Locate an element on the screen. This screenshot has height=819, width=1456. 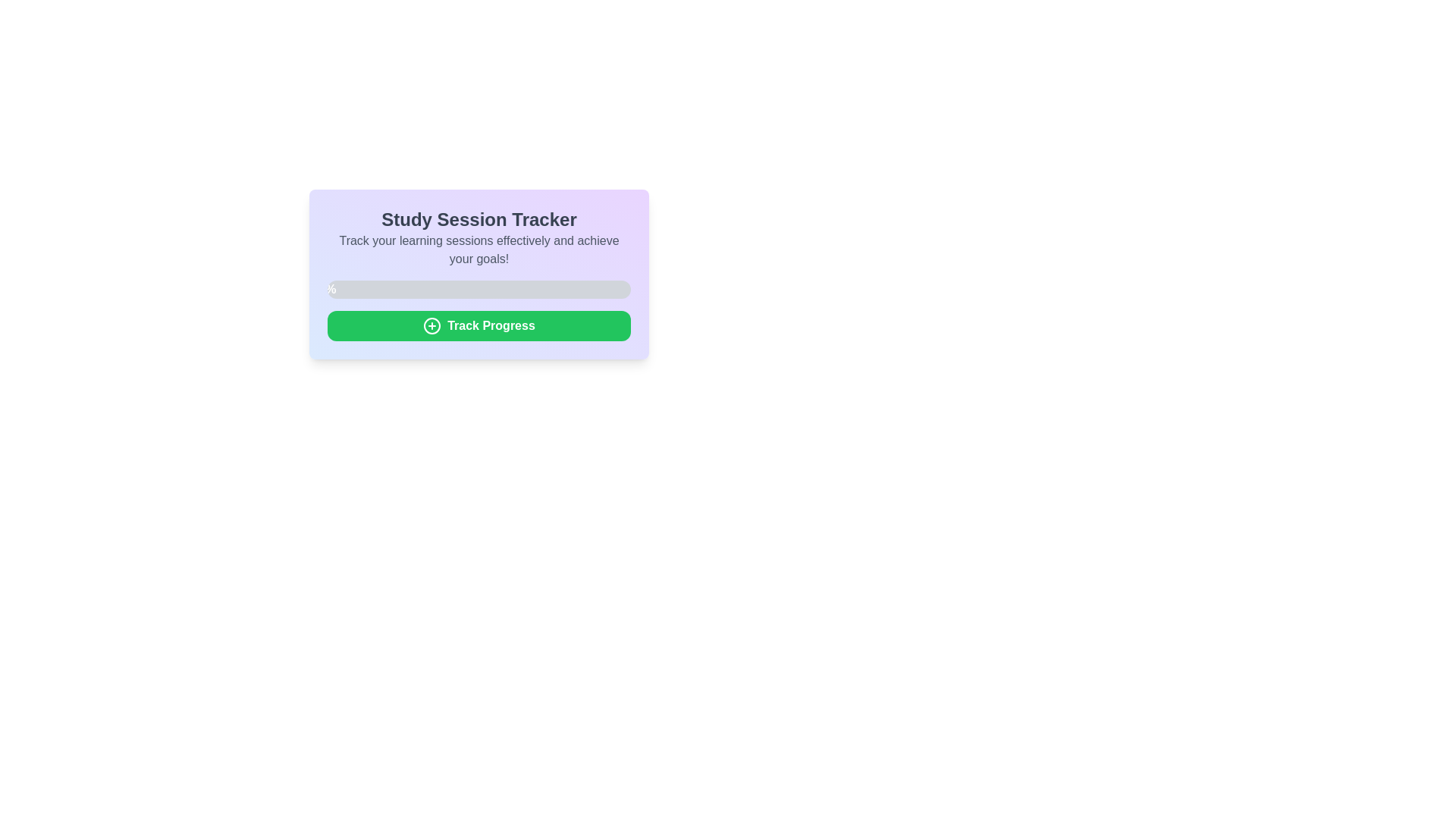
the large, bold title 'Study Session Tracker' displayed in dark-gray color at the top of the card box with a light purple gradient background is located at coordinates (479, 219).